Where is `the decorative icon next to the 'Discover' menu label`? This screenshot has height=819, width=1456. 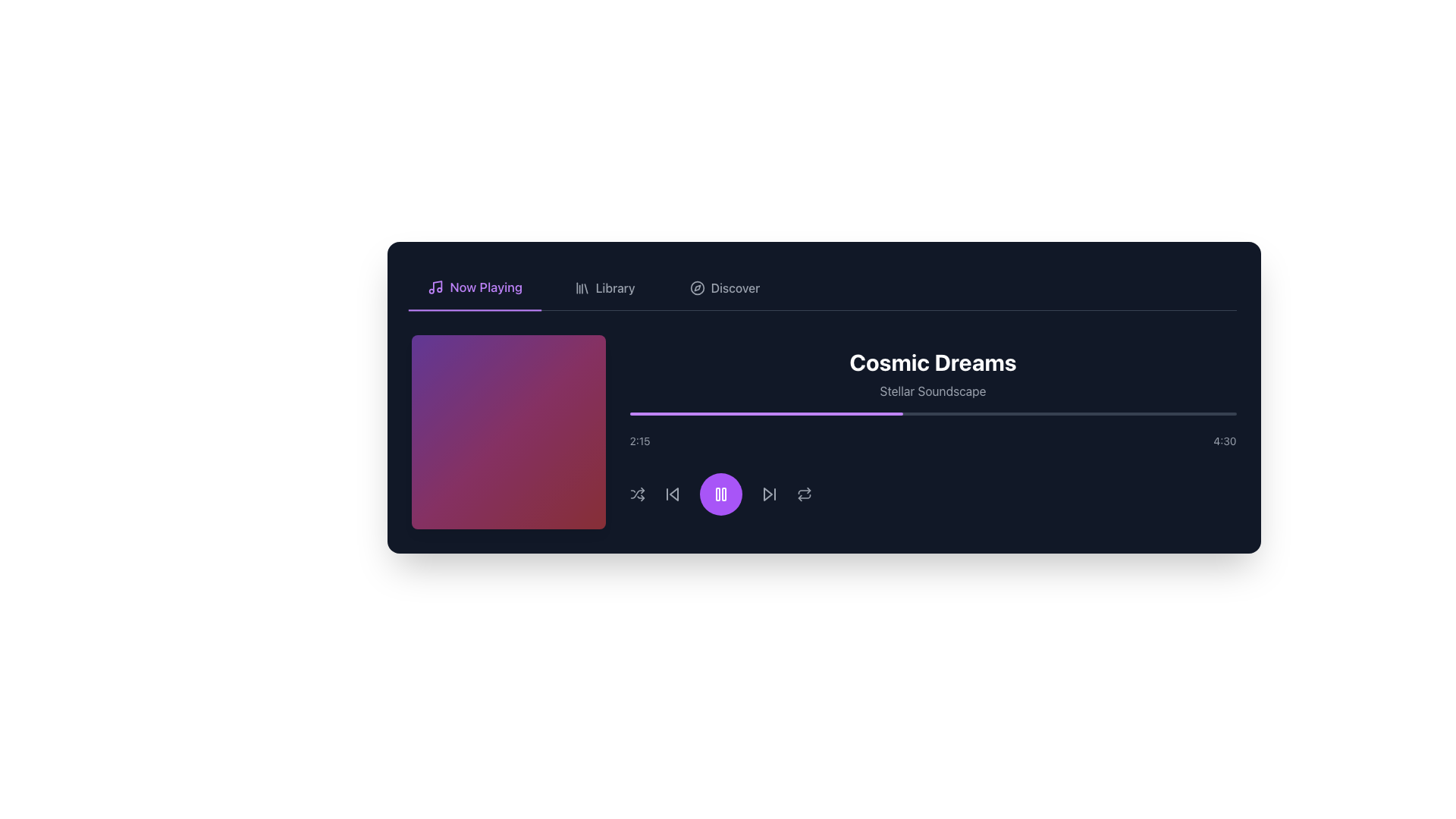 the decorative icon next to the 'Discover' menu label is located at coordinates (696, 288).